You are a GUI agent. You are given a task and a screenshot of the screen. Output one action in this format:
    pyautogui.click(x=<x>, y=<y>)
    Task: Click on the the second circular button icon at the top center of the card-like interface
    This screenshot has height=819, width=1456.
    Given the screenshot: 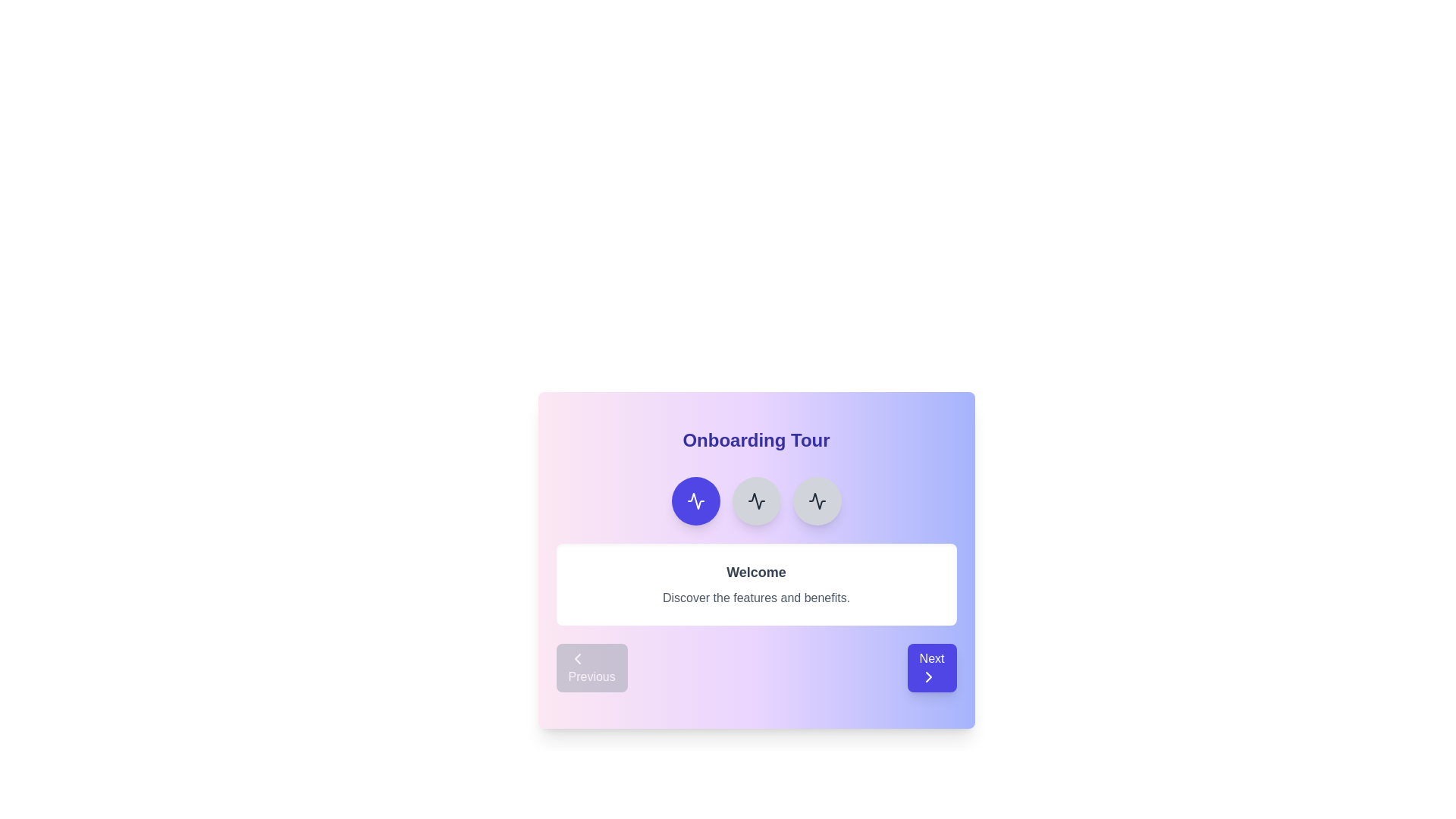 What is the action you would take?
    pyautogui.click(x=695, y=500)
    